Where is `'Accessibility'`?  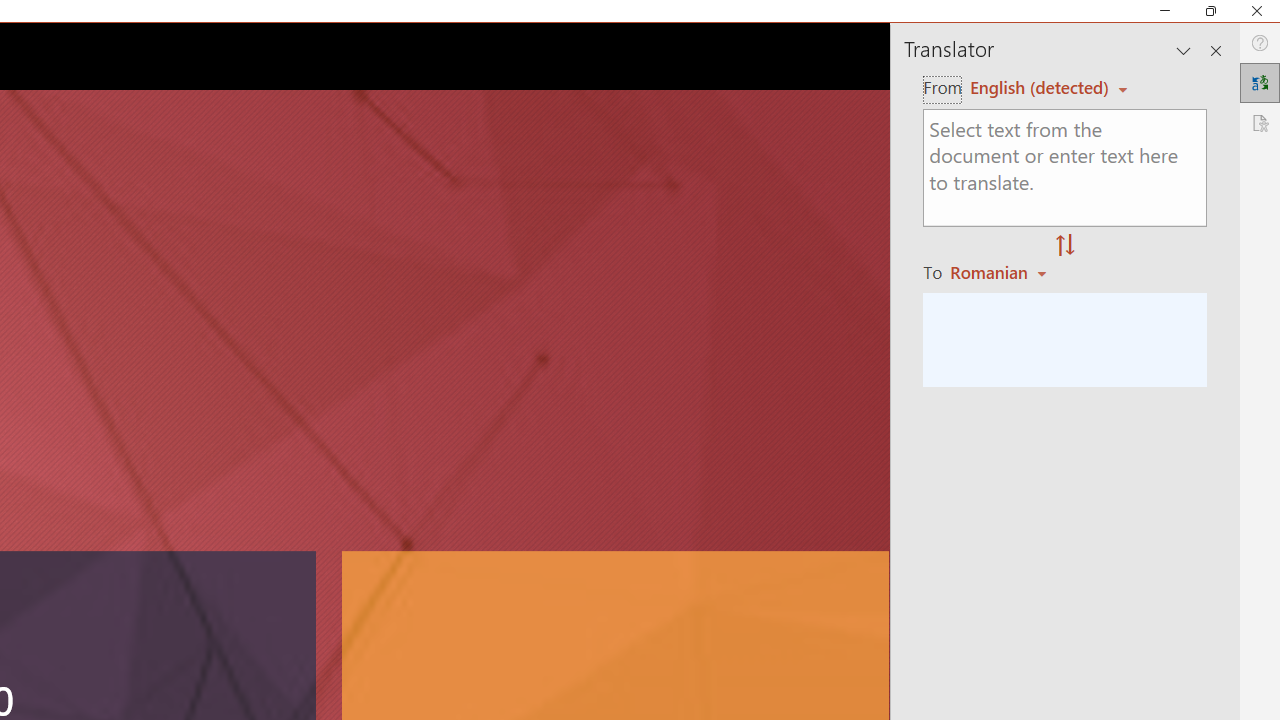
'Accessibility' is located at coordinates (1259, 123).